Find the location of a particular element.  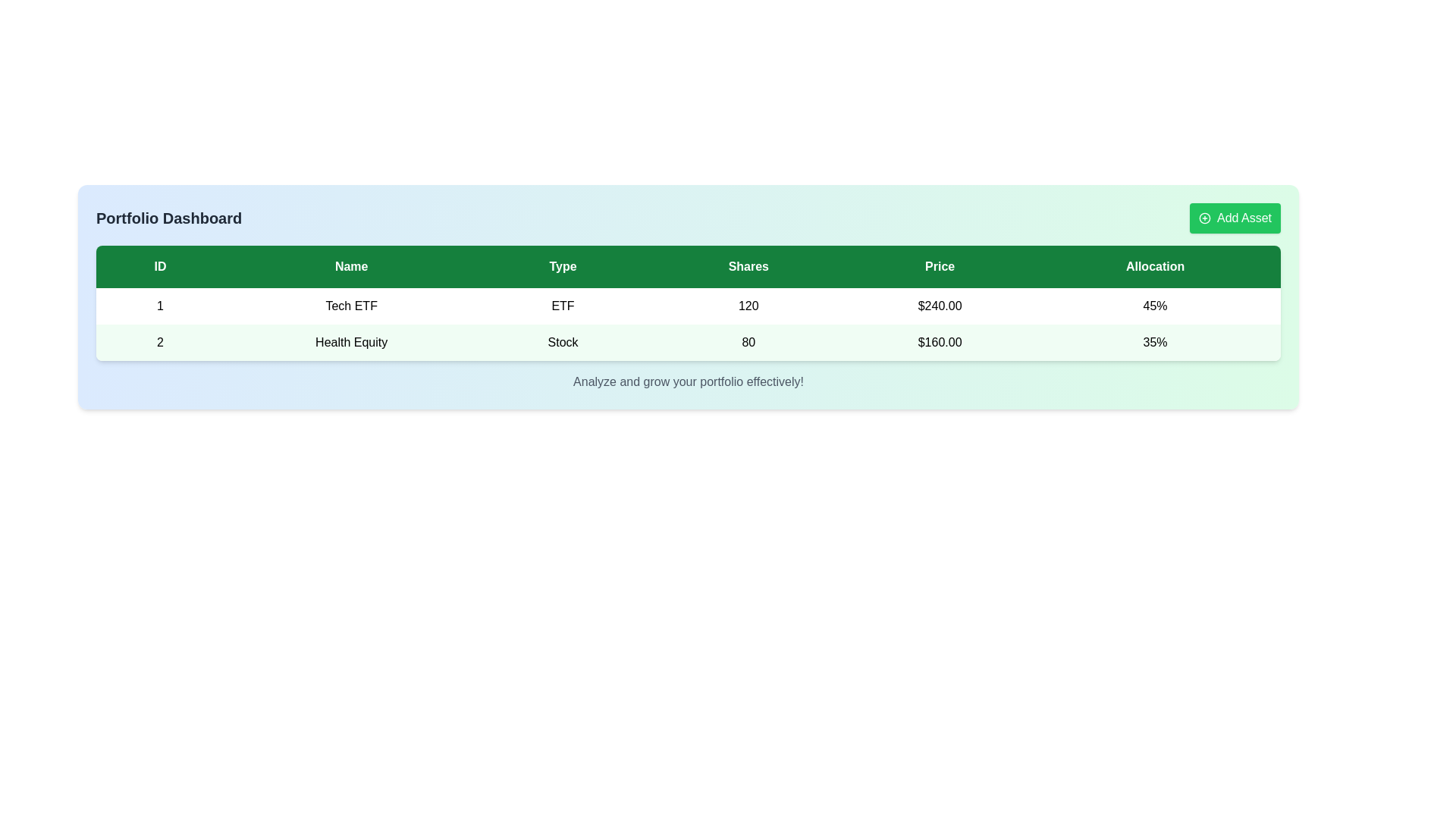

text label 'Stock' which is in black font on a light green background, located in the 'Type' column of the second row in the table displaying portfolio items is located at coordinates (562, 342).